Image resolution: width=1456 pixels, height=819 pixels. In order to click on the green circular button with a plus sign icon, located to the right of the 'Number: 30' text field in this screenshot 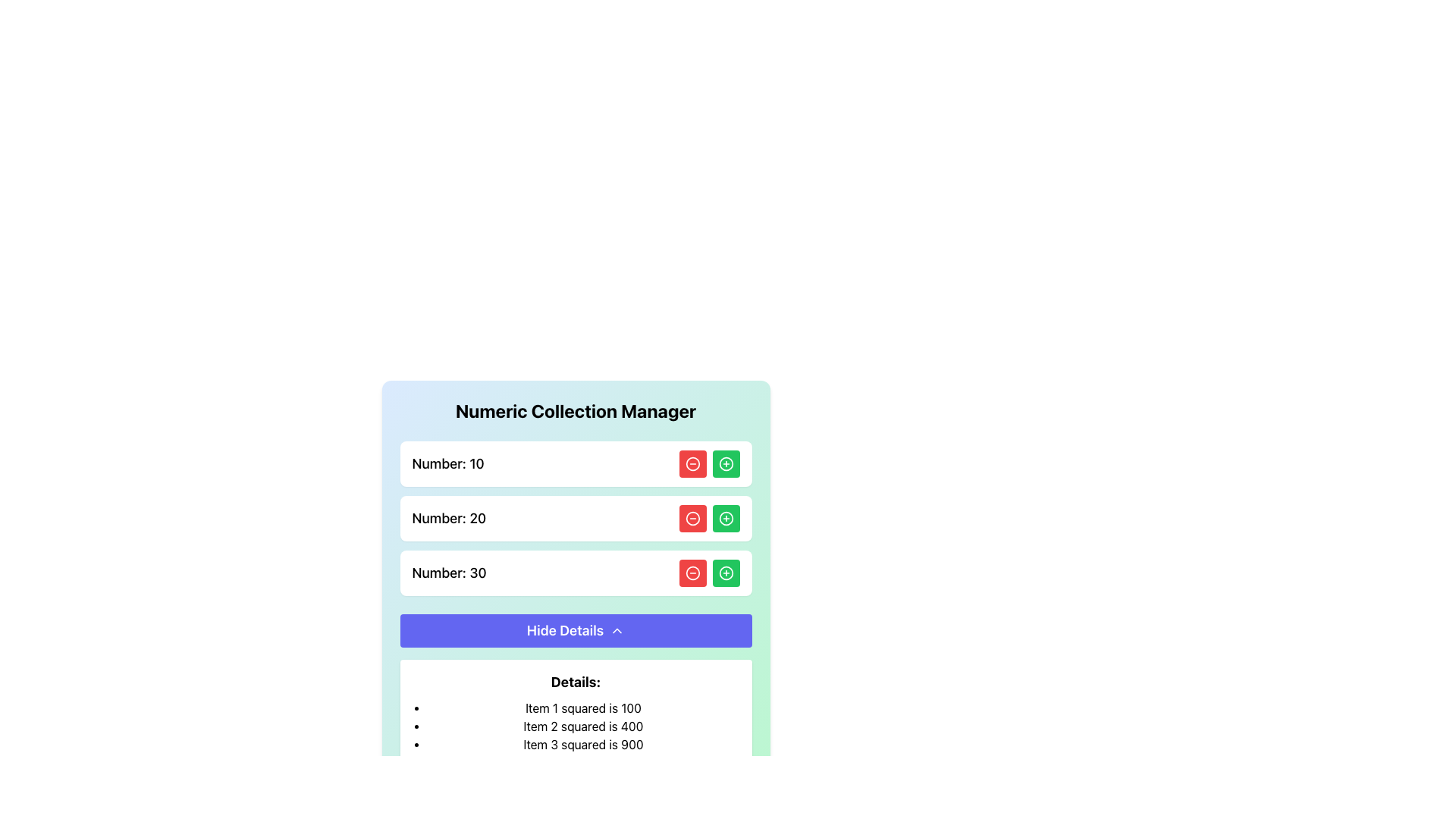, I will do `click(725, 573)`.